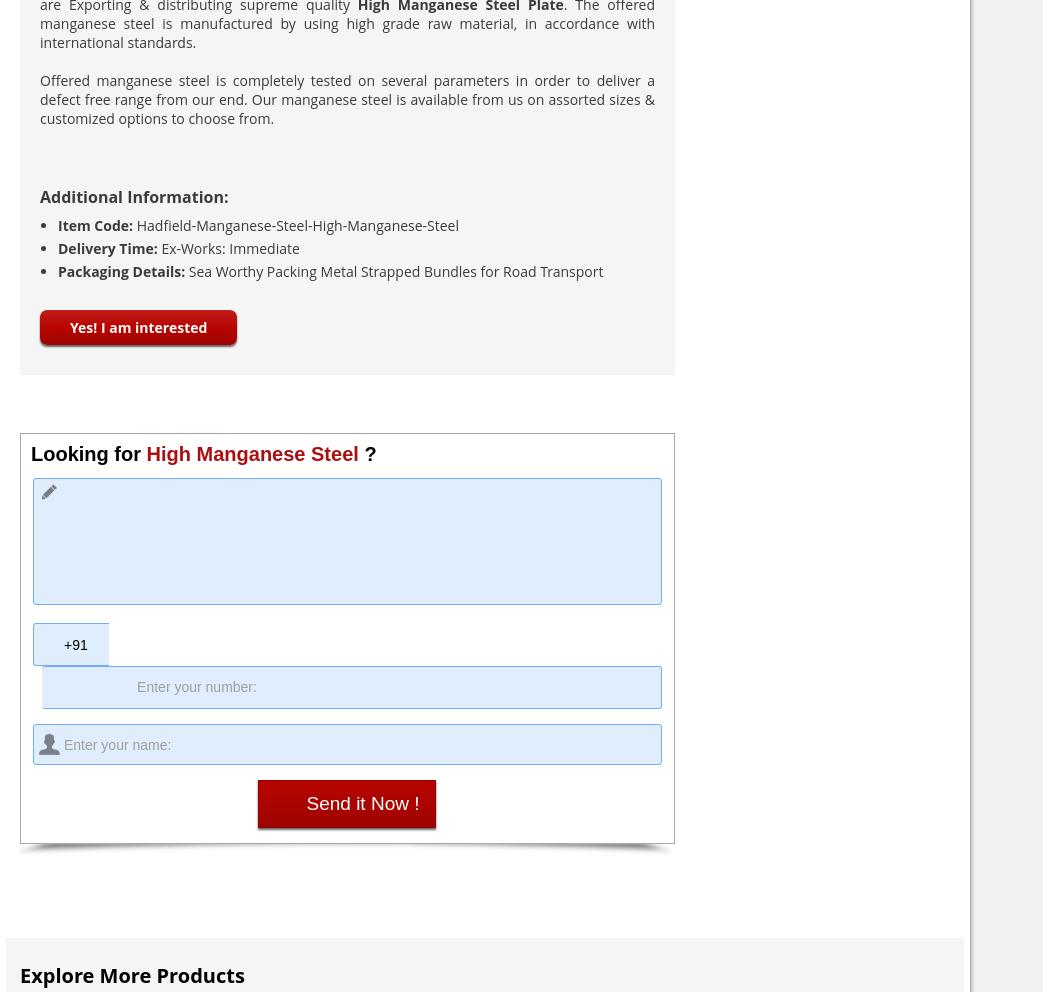 This screenshot has height=992, width=1043. What do you see at coordinates (109, 248) in the screenshot?
I see `'Delivery Time:'` at bounding box center [109, 248].